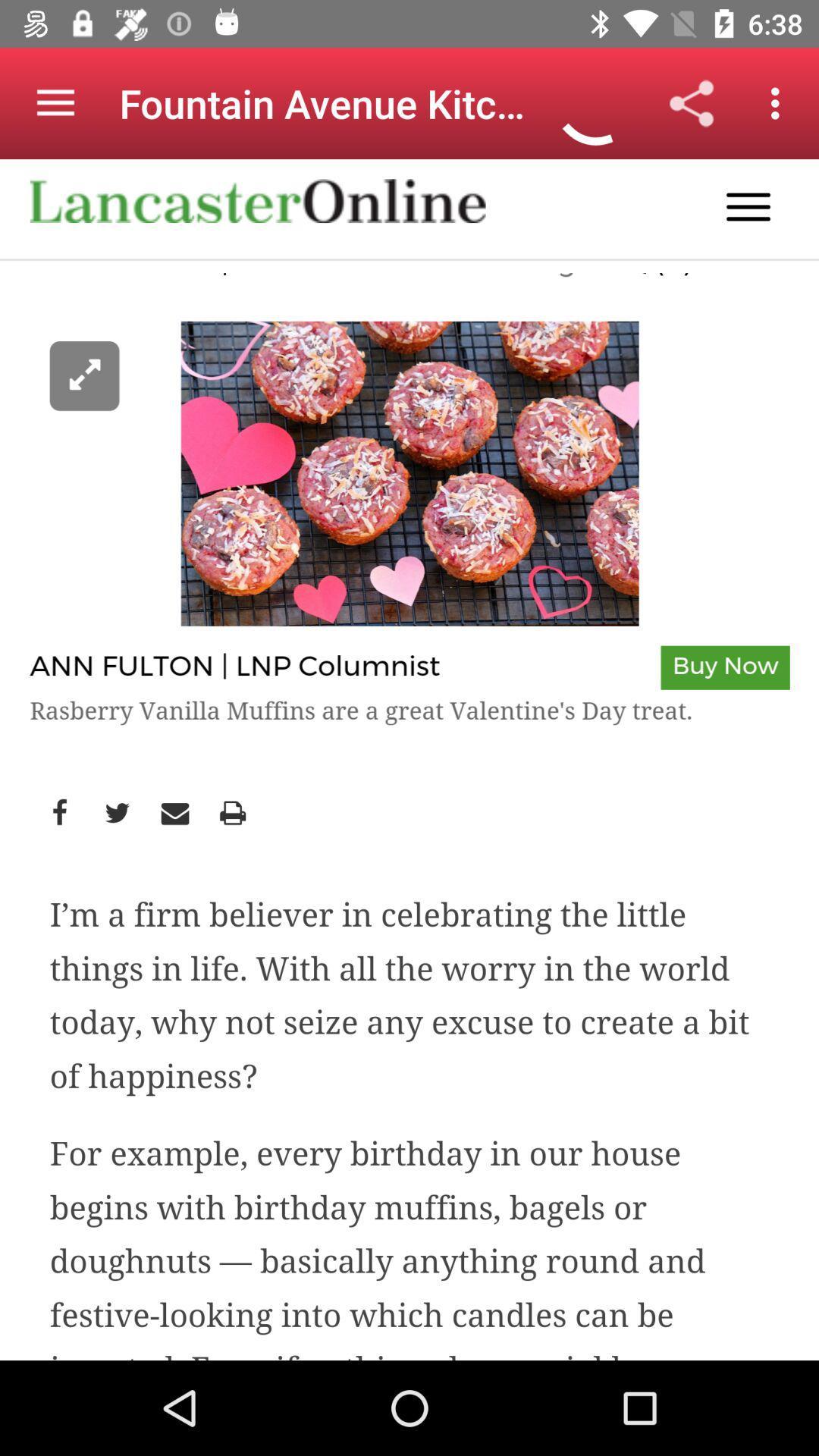 The image size is (819, 1456). What do you see at coordinates (409, 760) in the screenshot?
I see `this is result of searched data` at bounding box center [409, 760].